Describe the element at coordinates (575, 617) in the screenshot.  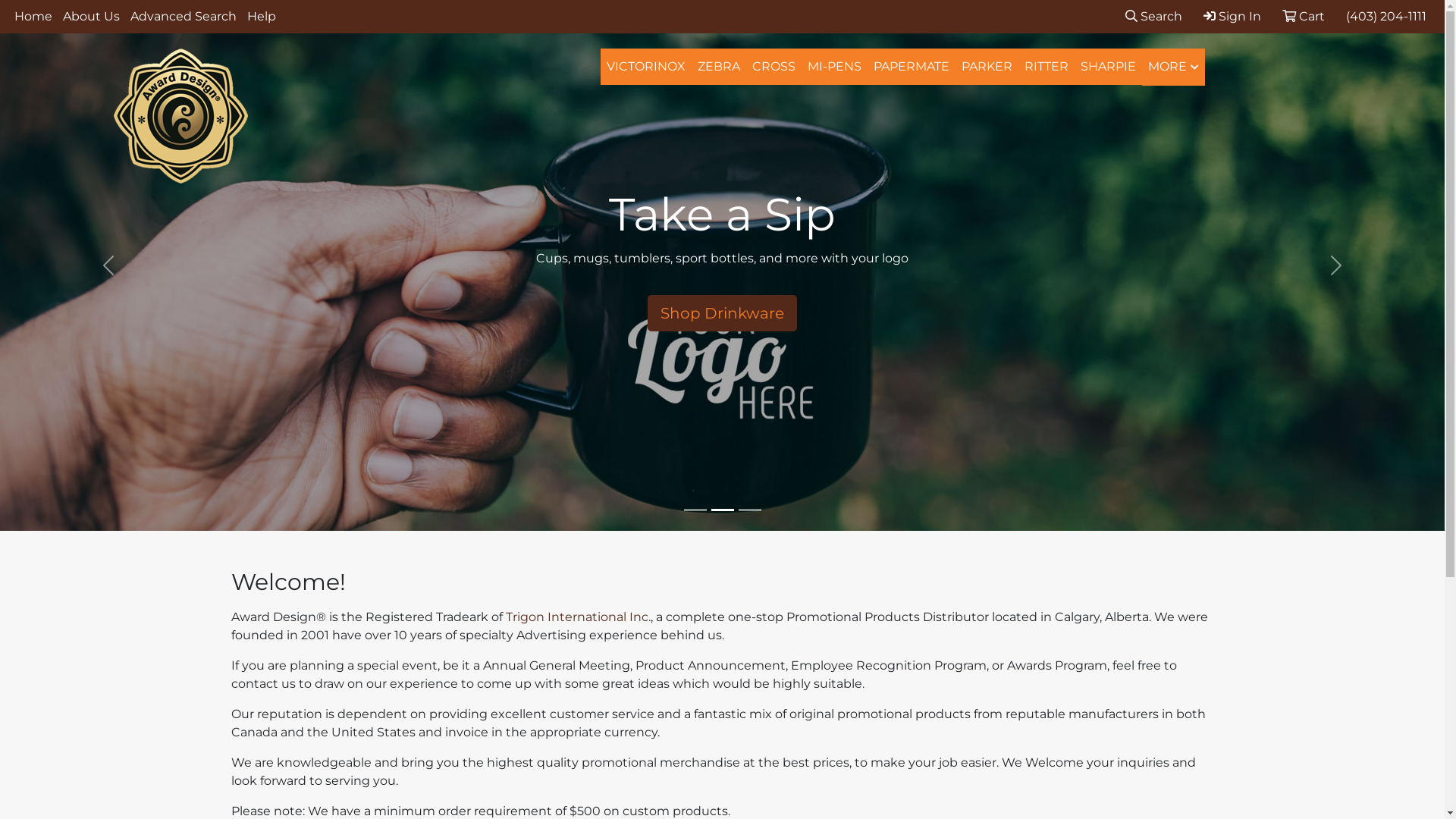
I see `'Trigon International Inc'` at that location.